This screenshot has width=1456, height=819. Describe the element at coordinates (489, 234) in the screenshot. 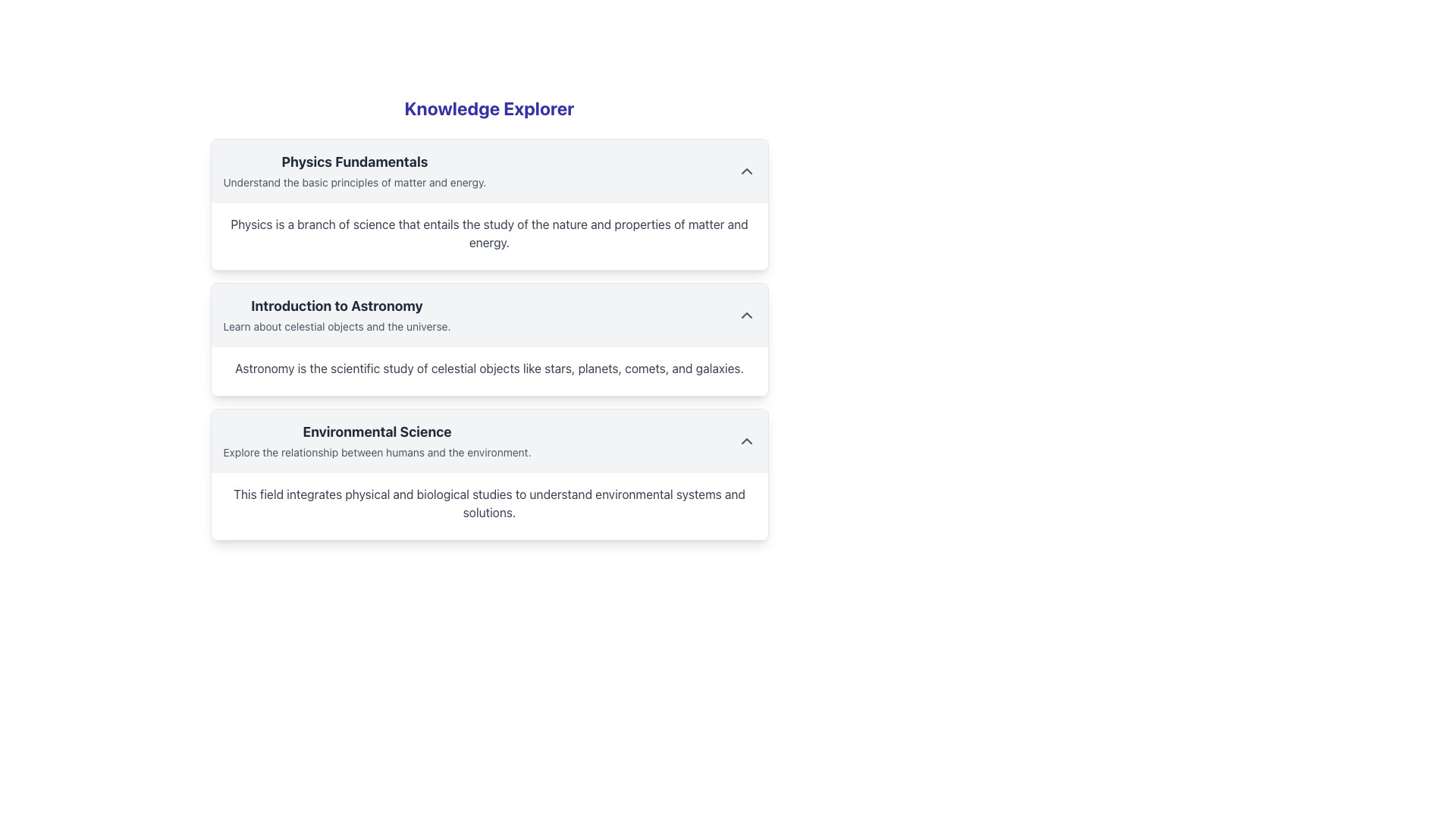

I see `explanatory text element providing information about the scientific field of Physics, located in the 'Physics Fundamentals' section below the section title` at that location.